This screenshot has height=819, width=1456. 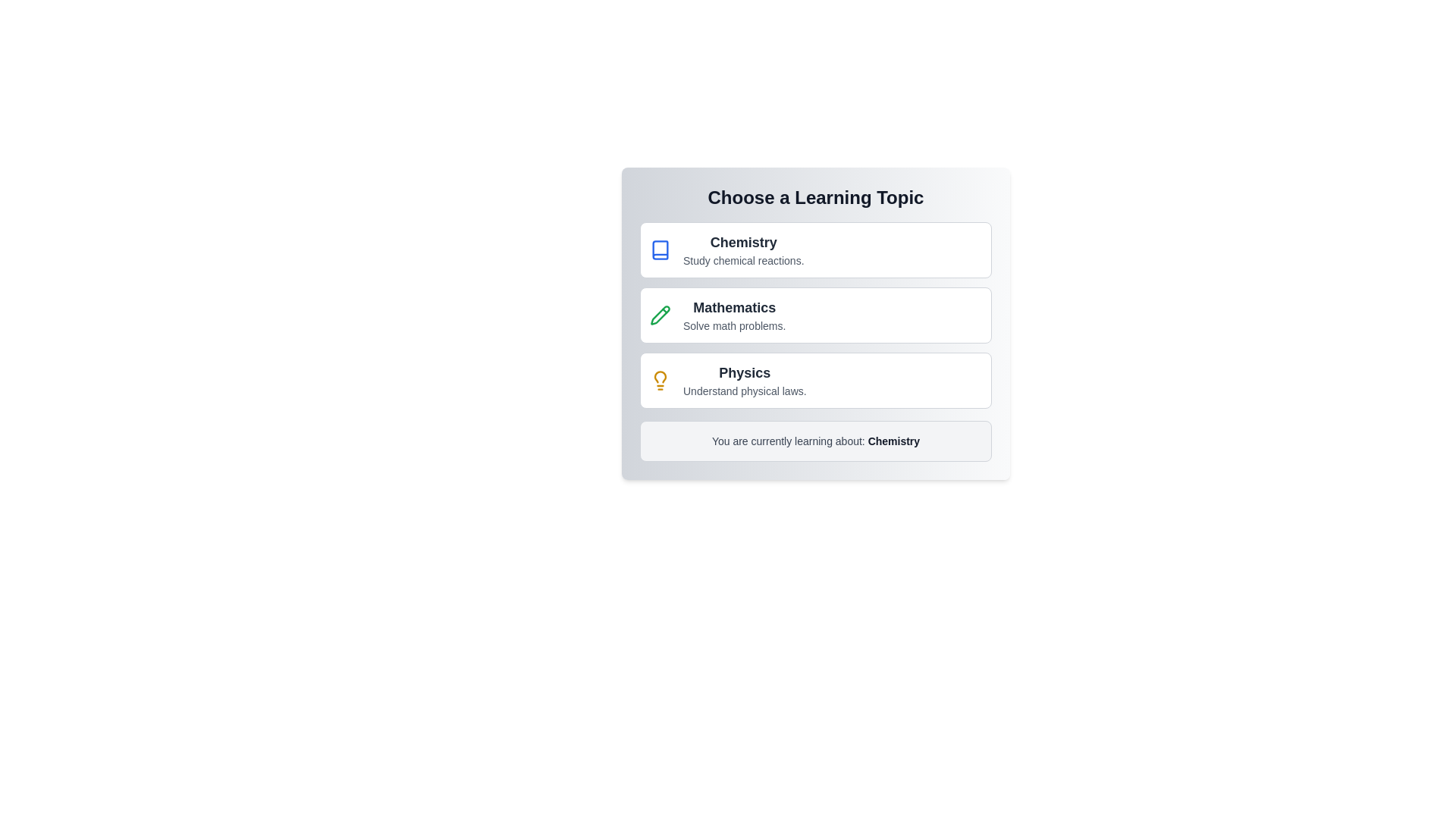 I want to click on text label indicating the subject 'Chemistry' and its description 'Study chemical reactions.' which is positioned in the topmost item of a vertically stacked list within a centered card interface, so click(x=743, y=249).